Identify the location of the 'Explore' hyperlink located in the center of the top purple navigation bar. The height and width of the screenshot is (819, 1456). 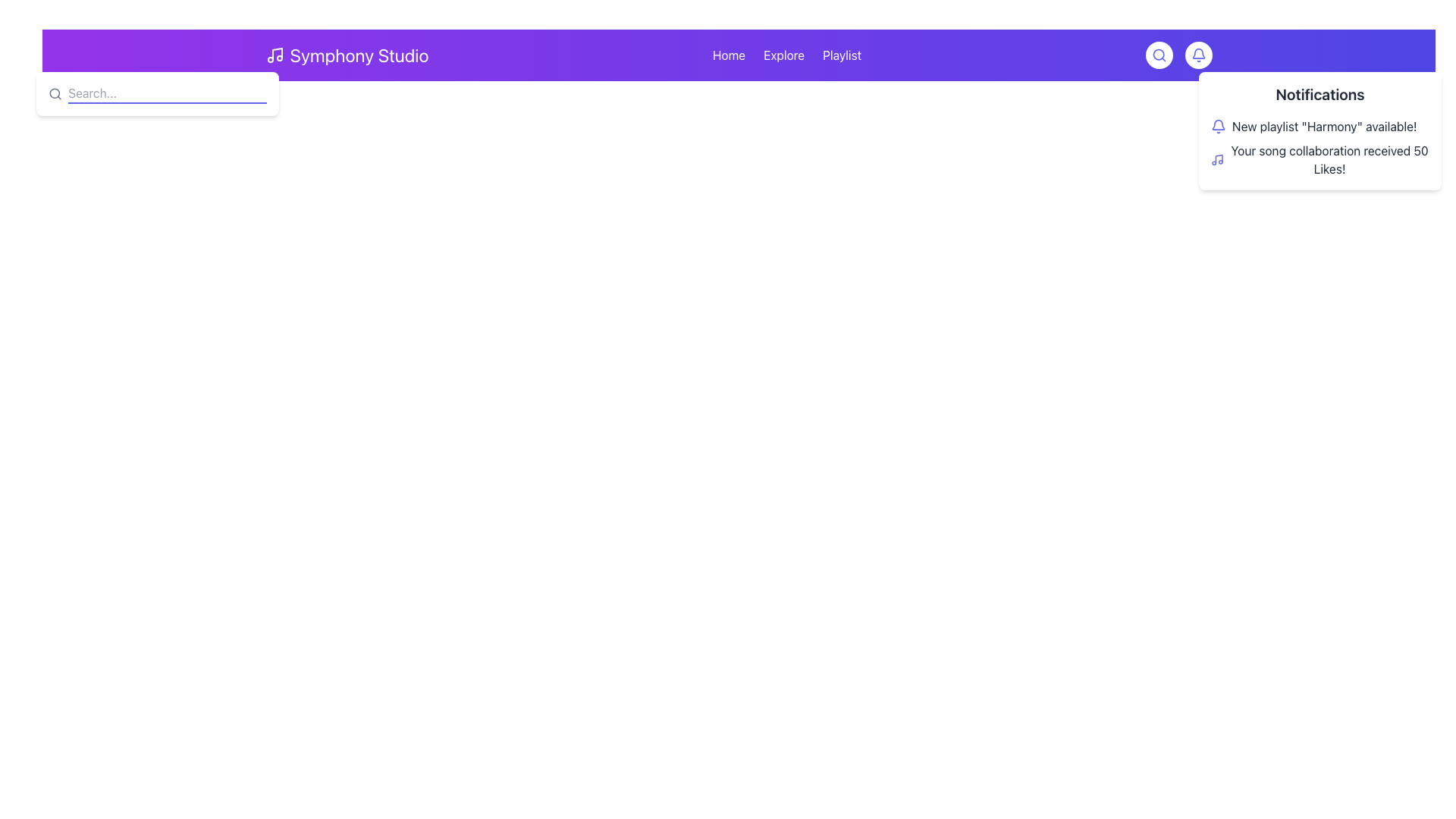
(784, 55).